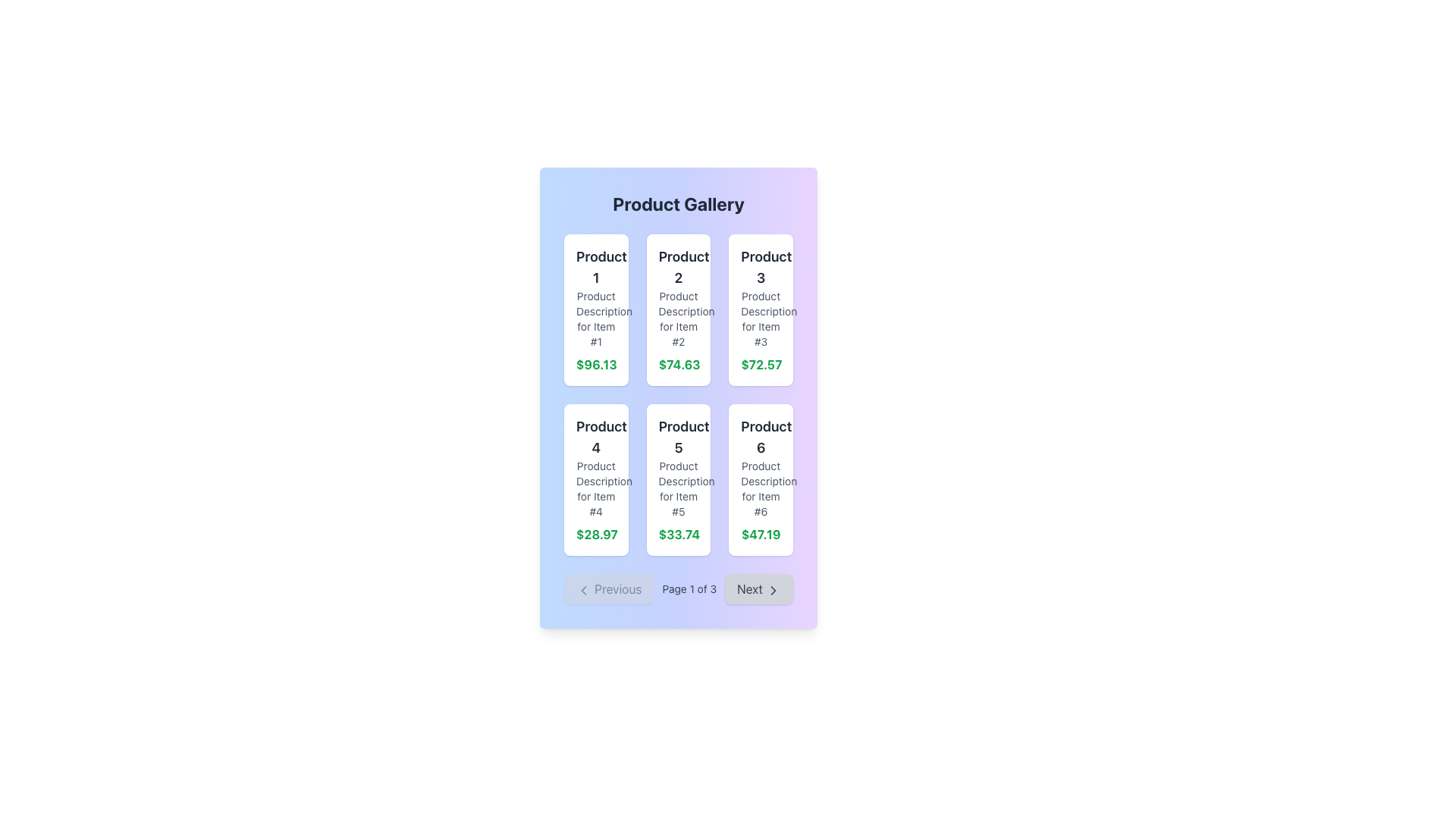  Describe the element at coordinates (677, 479) in the screenshot. I see `the rectangular card titled 'Product 5' with a white background and rounded corners, located in the 'Product Gallery' between 'Product 4' and 'Product 6'` at that location.